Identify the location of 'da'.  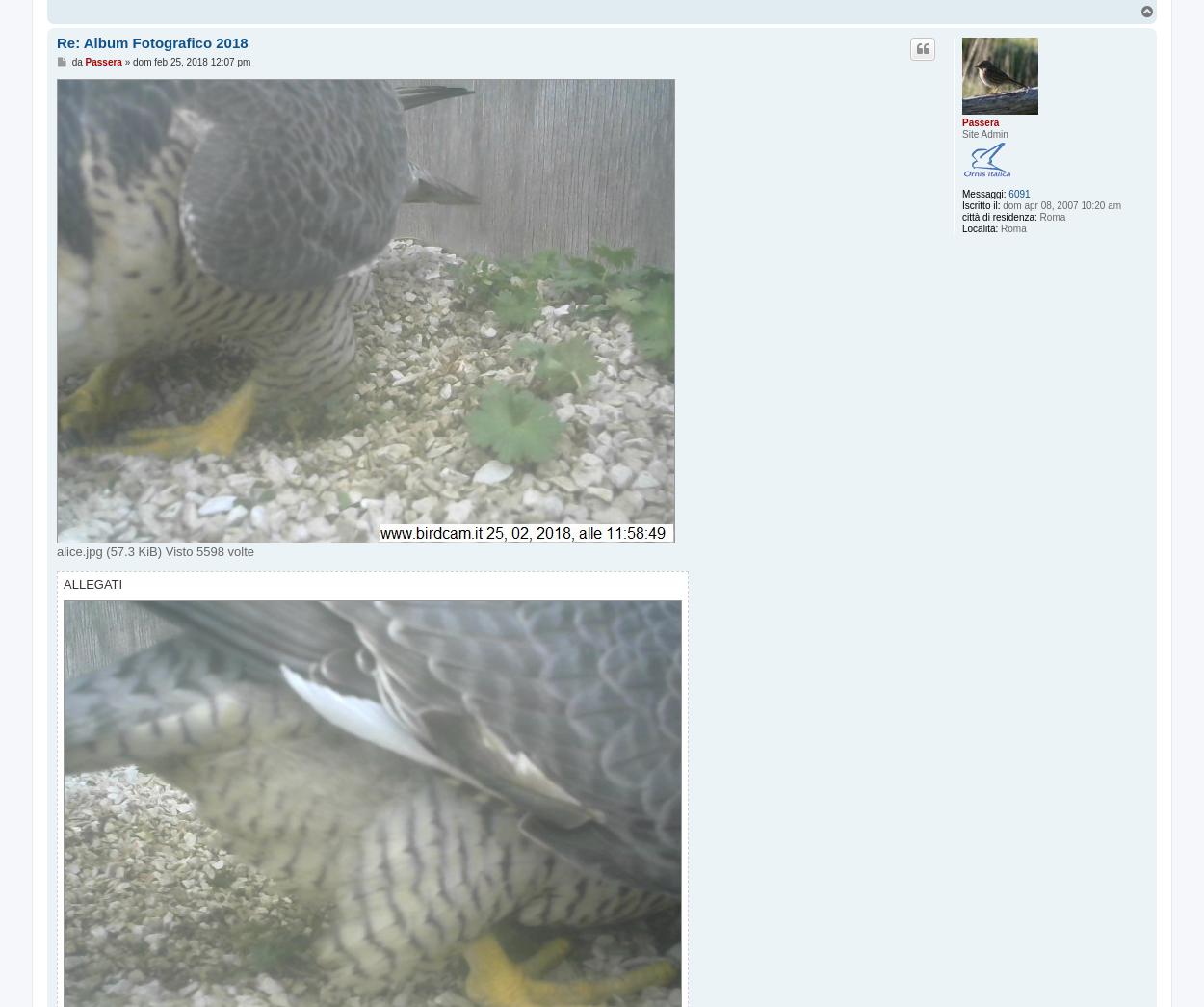
(77, 62).